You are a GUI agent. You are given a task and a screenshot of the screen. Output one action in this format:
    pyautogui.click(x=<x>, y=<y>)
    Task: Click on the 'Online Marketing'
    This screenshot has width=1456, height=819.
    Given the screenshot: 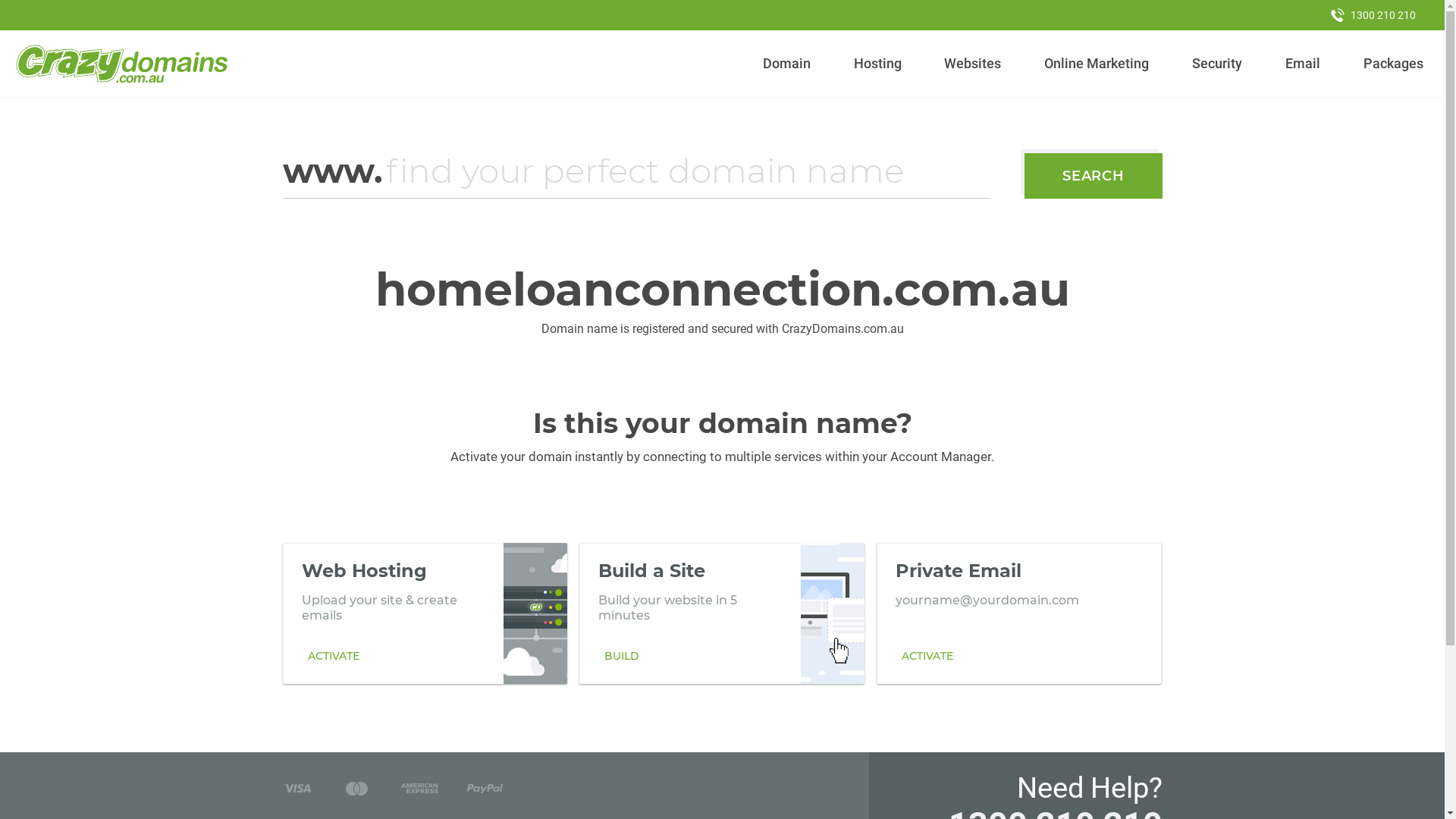 What is the action you would take?
    pyautogui.click(x=1097, y=63)
    